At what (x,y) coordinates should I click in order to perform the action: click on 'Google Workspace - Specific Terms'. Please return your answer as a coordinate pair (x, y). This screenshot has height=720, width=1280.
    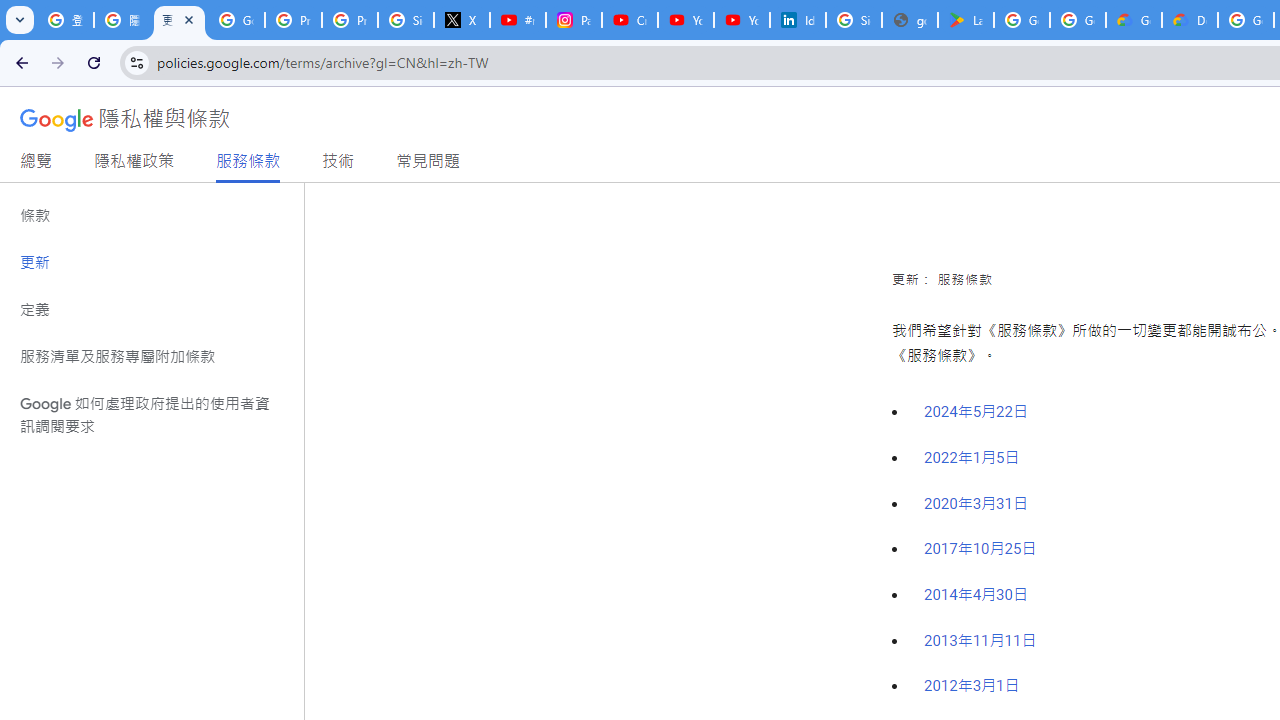
    Looking at the image, I should click on (1076, 20).